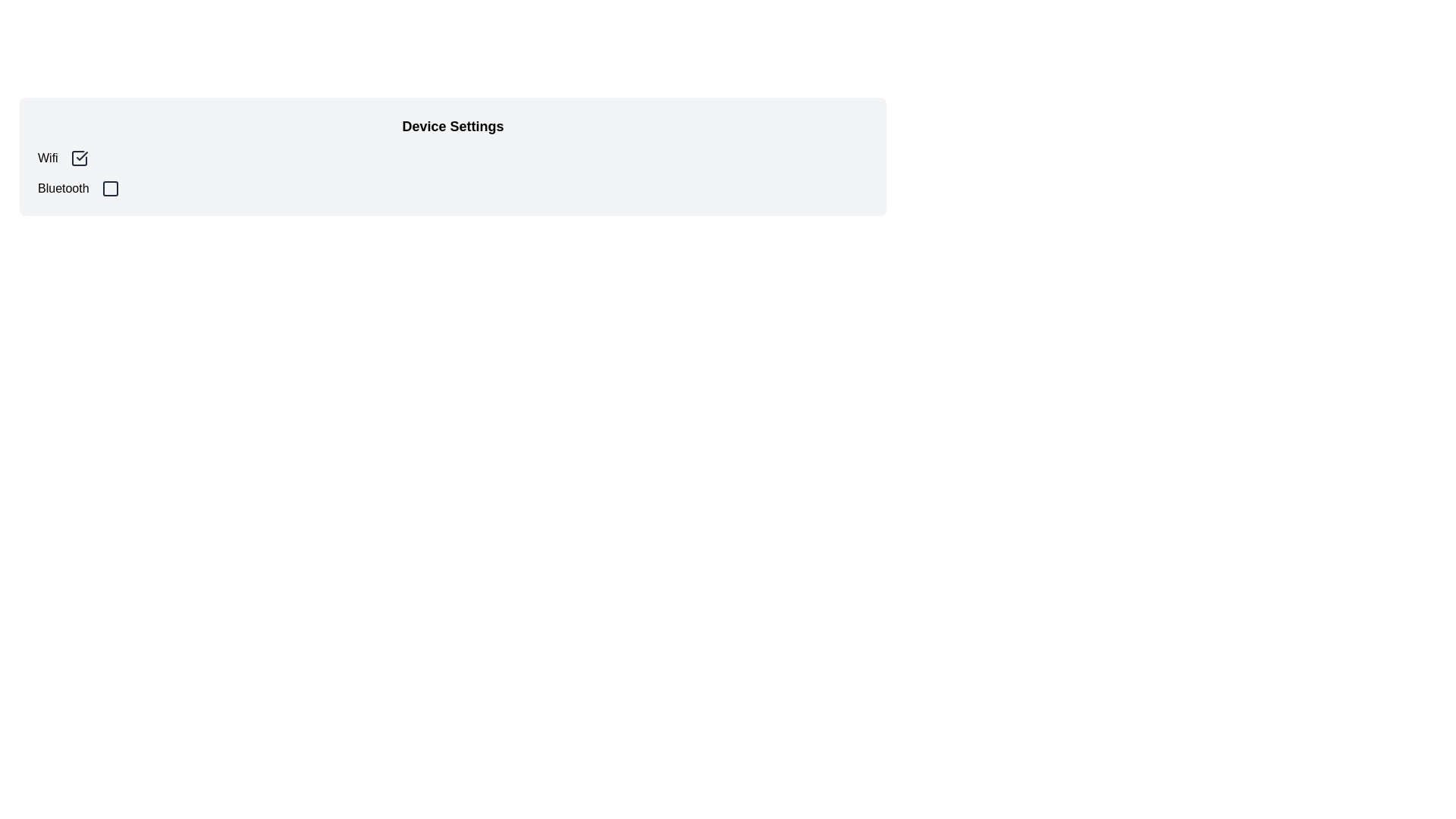 The height and width of the screenshot is (819, 1456). What do you see at coordinates (78, 158) in the screenshot?
I see `the checkbox with a checkmark beside the 'Wifi' label in the 'Device Settings' section` at bounding box center [78, 158].